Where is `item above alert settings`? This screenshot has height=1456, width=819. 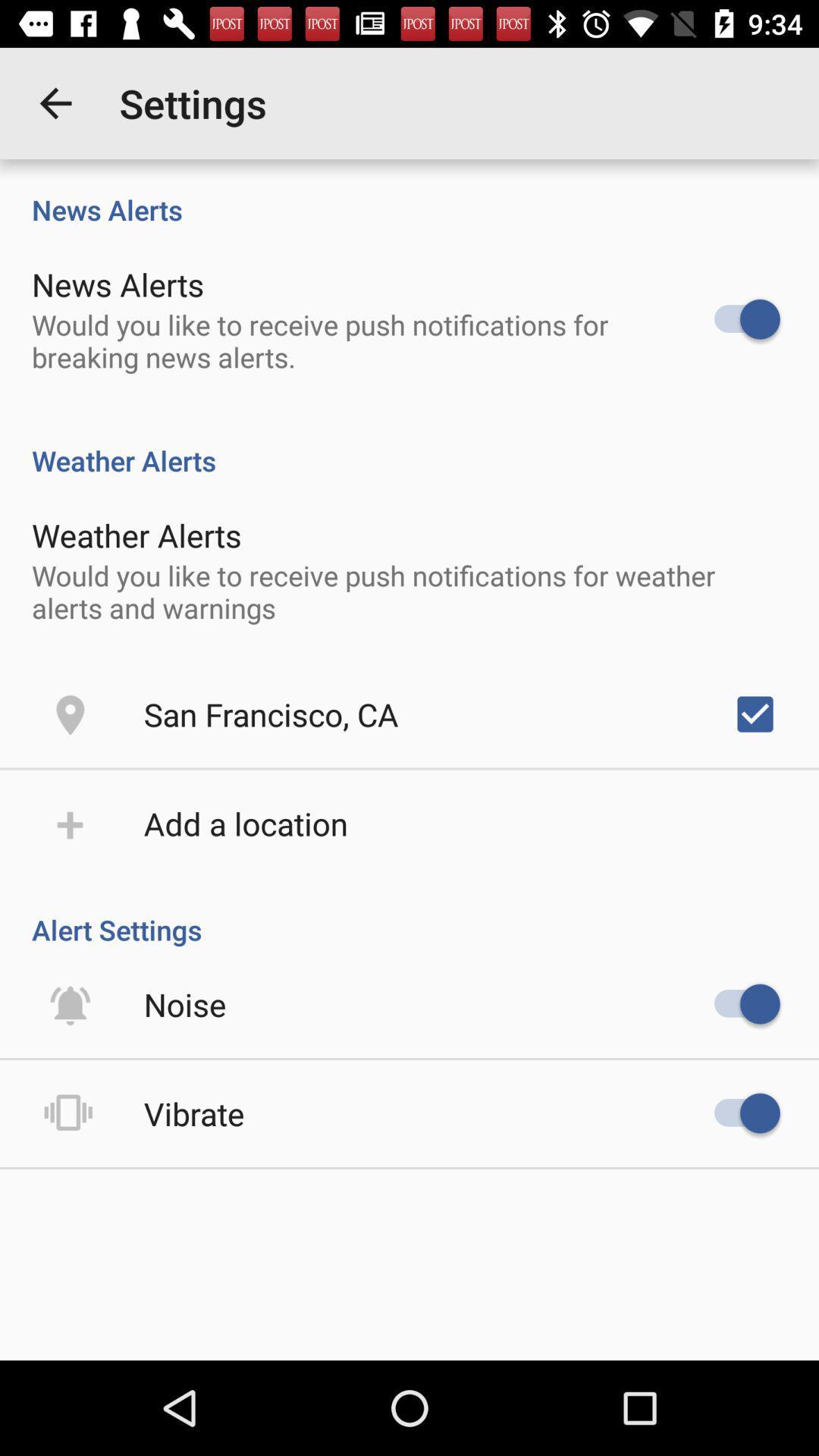 item above alert settings is located at coordinates (245, 822).